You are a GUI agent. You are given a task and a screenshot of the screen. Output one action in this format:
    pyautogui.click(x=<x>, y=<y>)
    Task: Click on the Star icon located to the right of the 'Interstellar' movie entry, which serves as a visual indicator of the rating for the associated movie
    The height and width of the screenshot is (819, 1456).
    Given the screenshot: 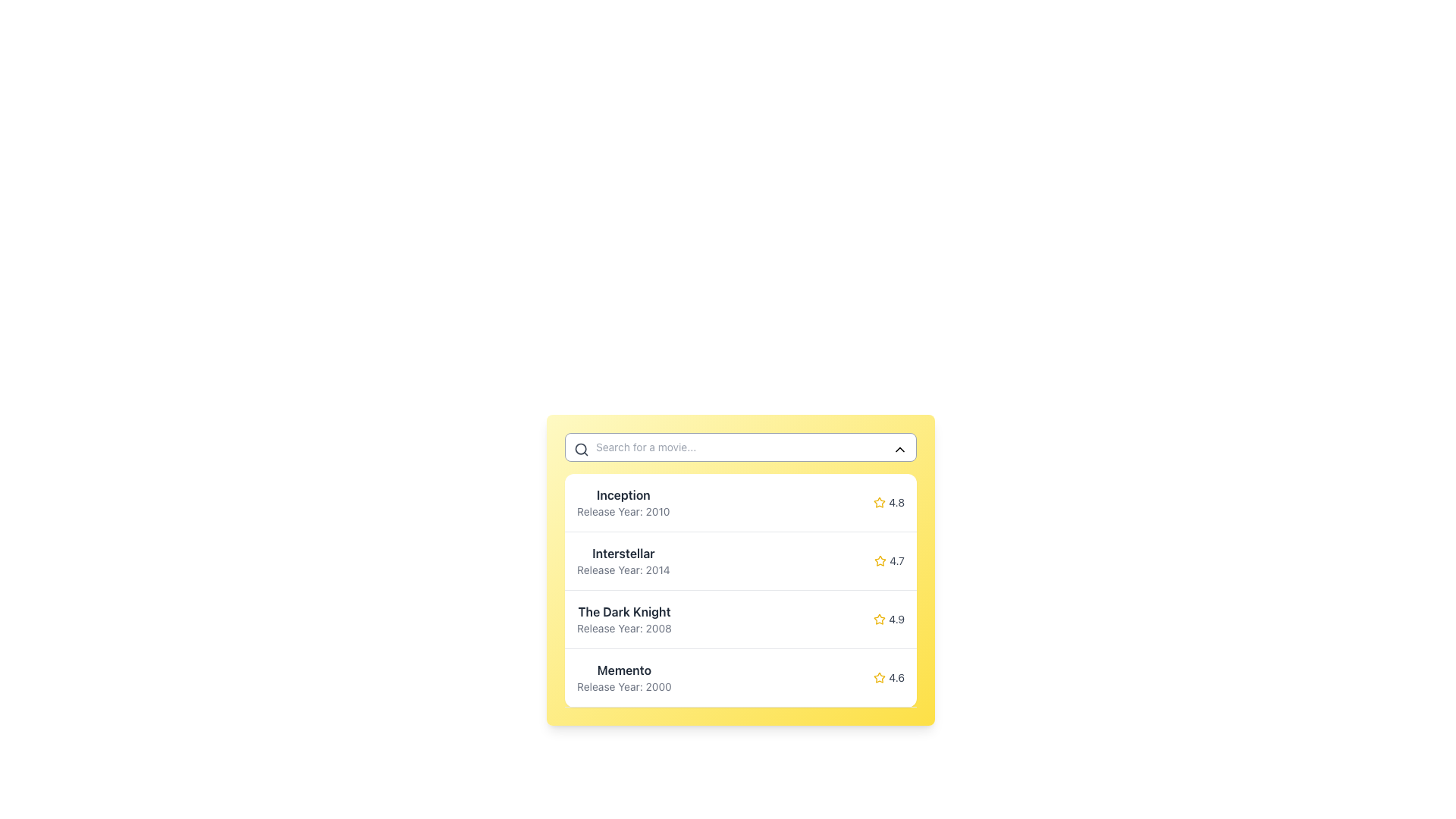 What is the action you would take?
    pyautogui.click(x=880, y=560)
    